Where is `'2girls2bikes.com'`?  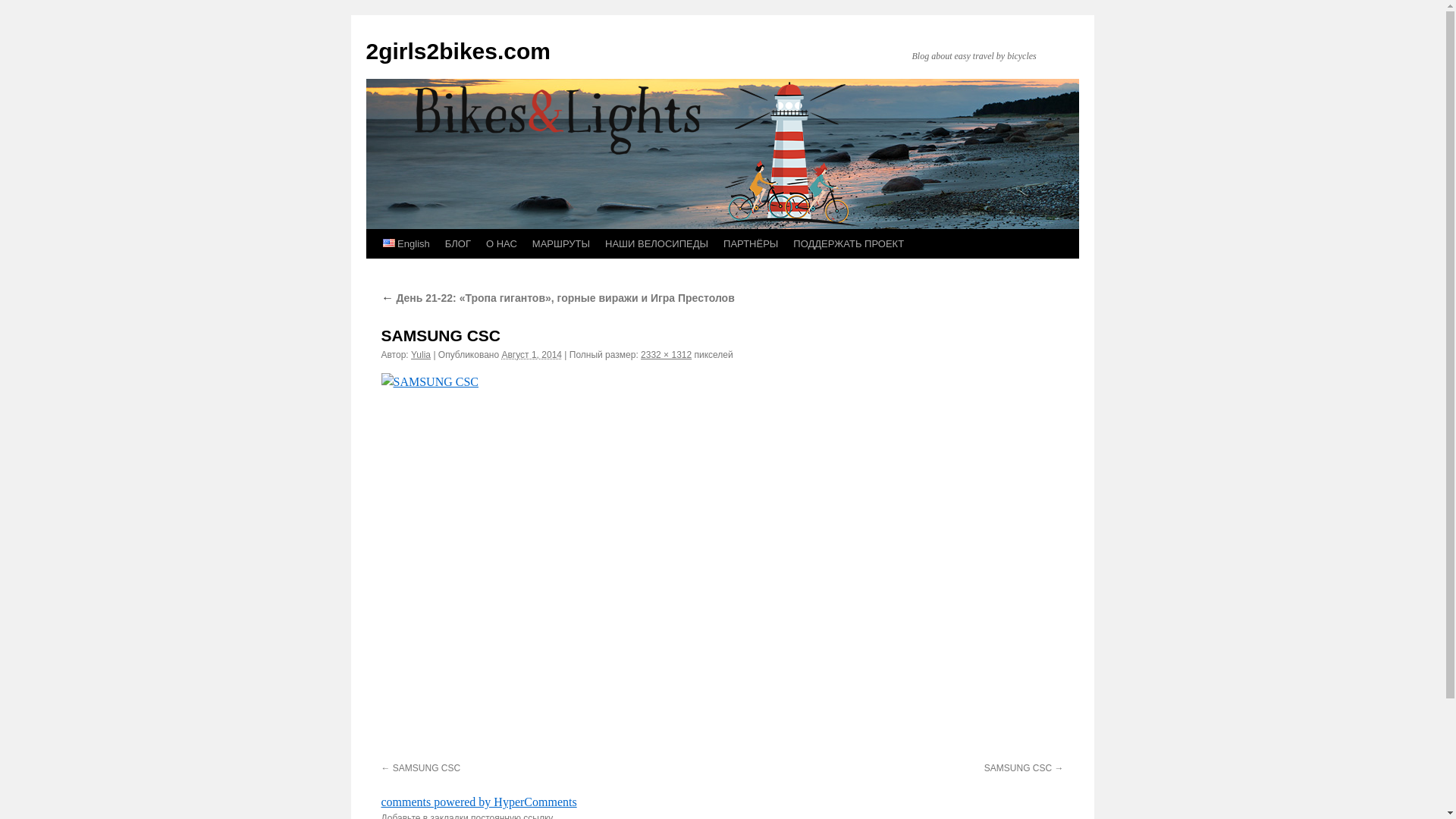 '2girls2bikes.com' is located at coordinates (457, 50).